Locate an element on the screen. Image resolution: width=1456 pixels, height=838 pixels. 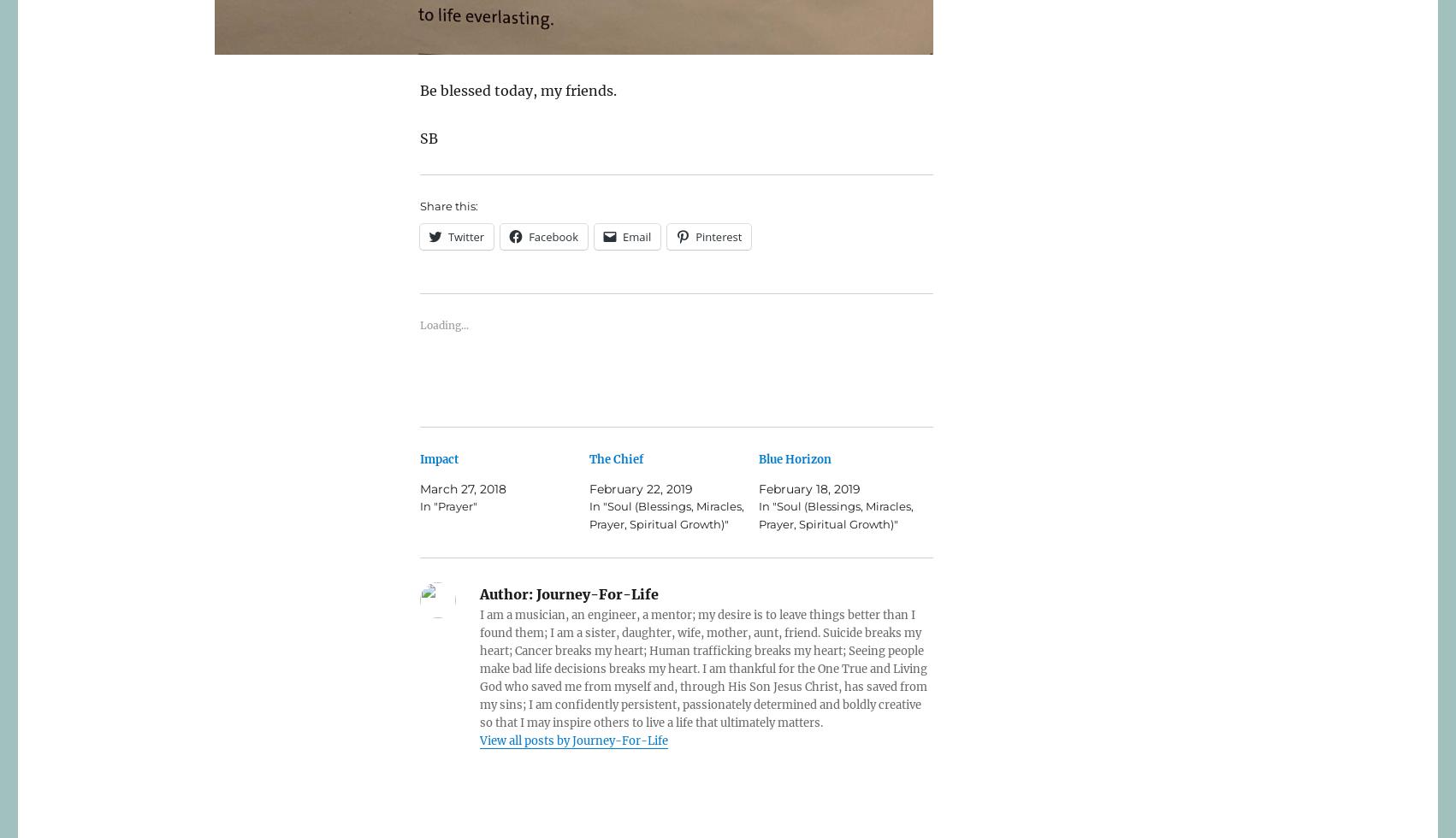
'Journey-For-Life' is located at coordinates (595, 594).